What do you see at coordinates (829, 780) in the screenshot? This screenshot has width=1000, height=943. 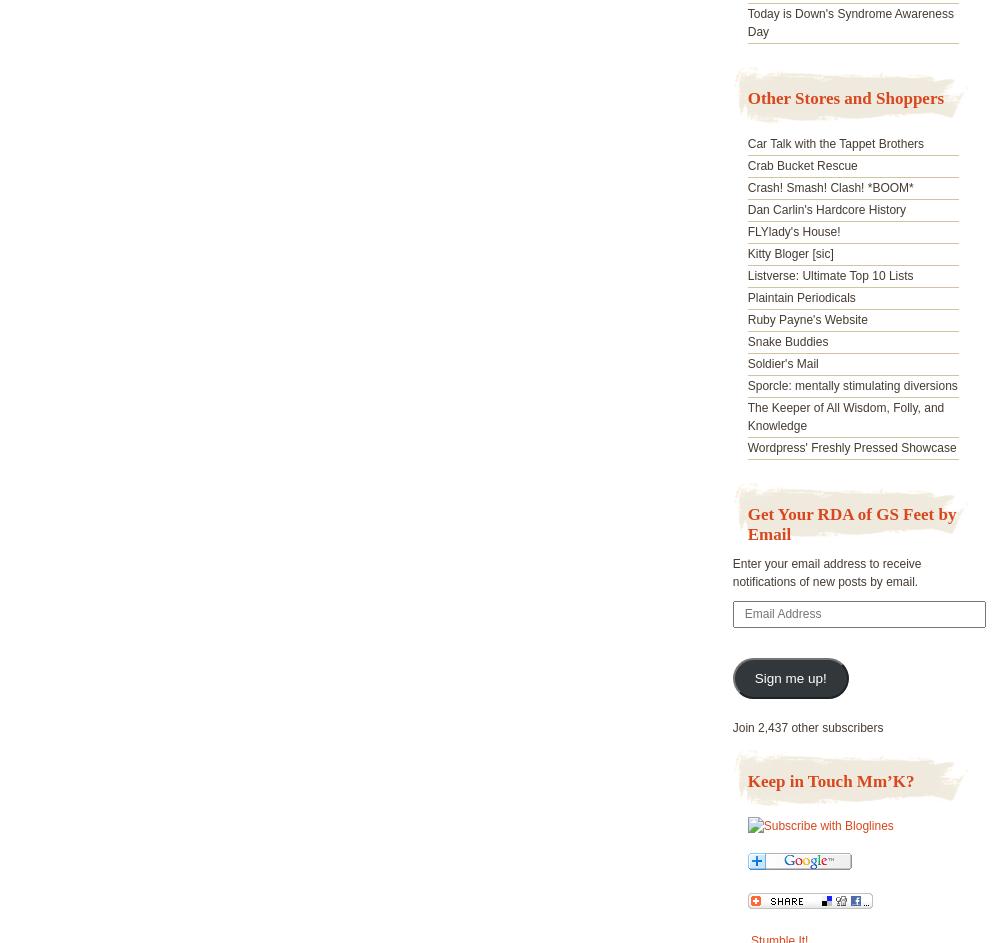 I see `'Keep in Touch Mm’K?'` at bounding box center [829, 780].